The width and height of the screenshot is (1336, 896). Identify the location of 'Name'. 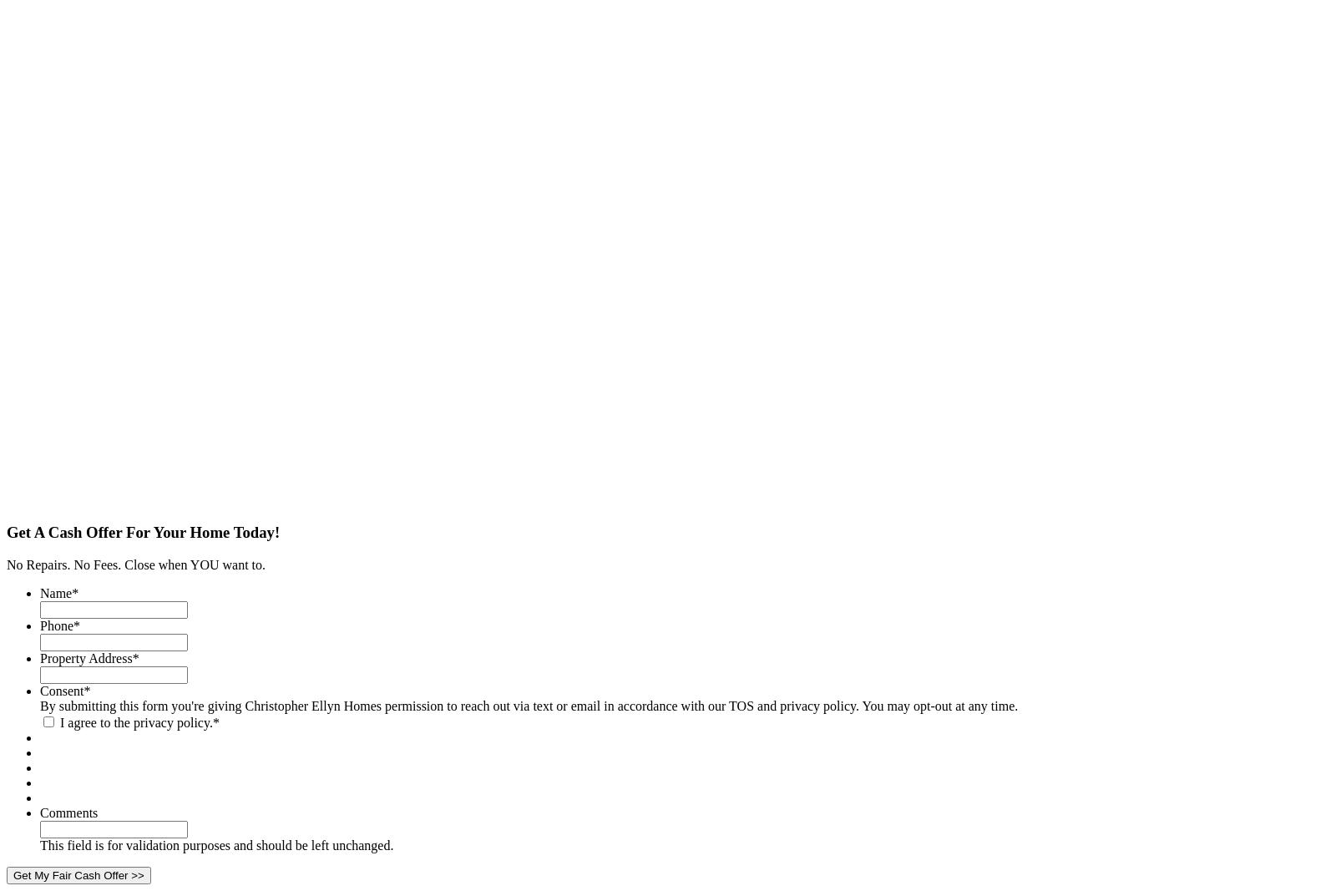
(55, 593).